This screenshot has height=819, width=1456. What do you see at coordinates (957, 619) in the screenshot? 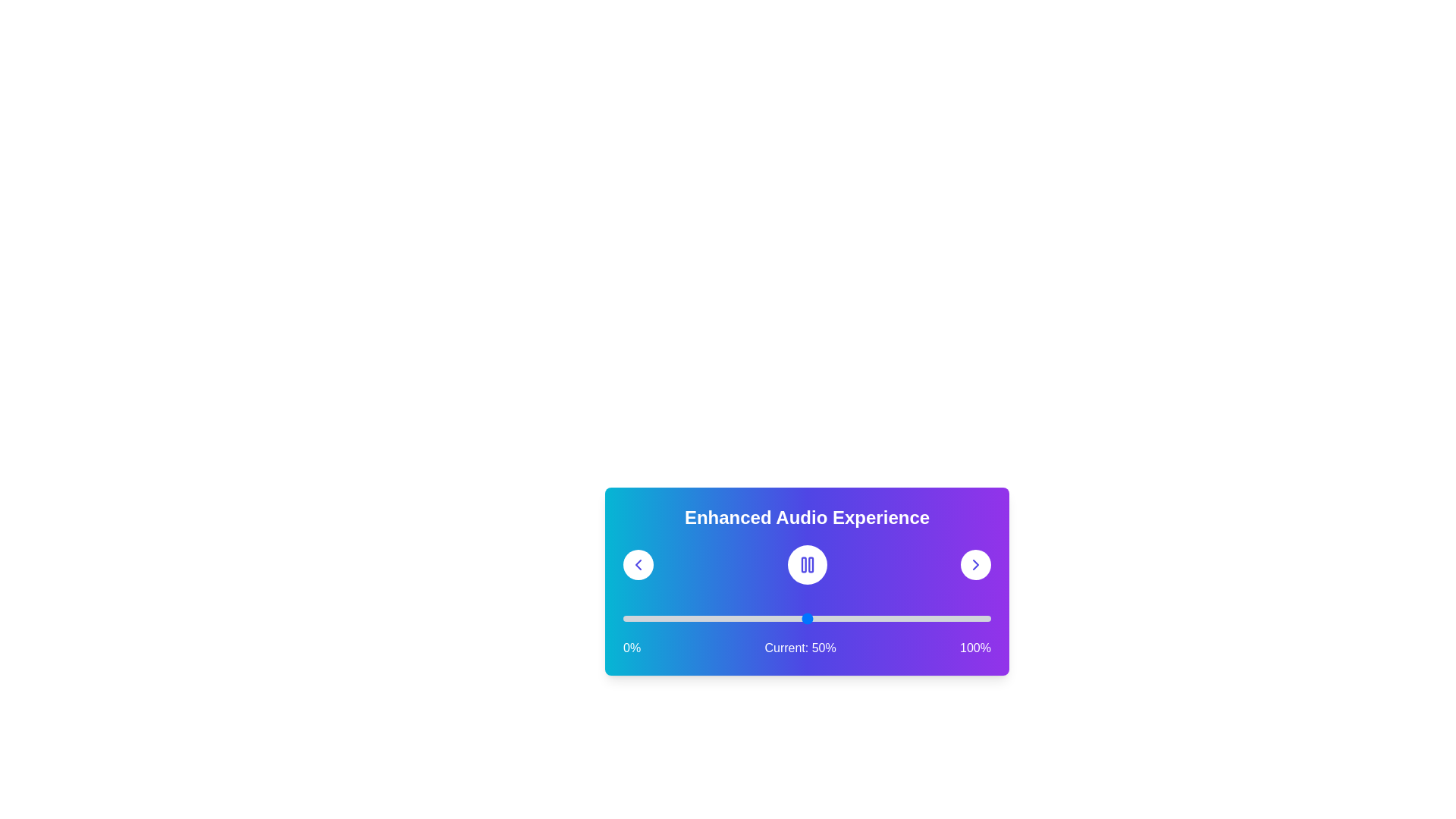
I see `the slider to set the audio position to 91%` at bounding box center [957, 619].